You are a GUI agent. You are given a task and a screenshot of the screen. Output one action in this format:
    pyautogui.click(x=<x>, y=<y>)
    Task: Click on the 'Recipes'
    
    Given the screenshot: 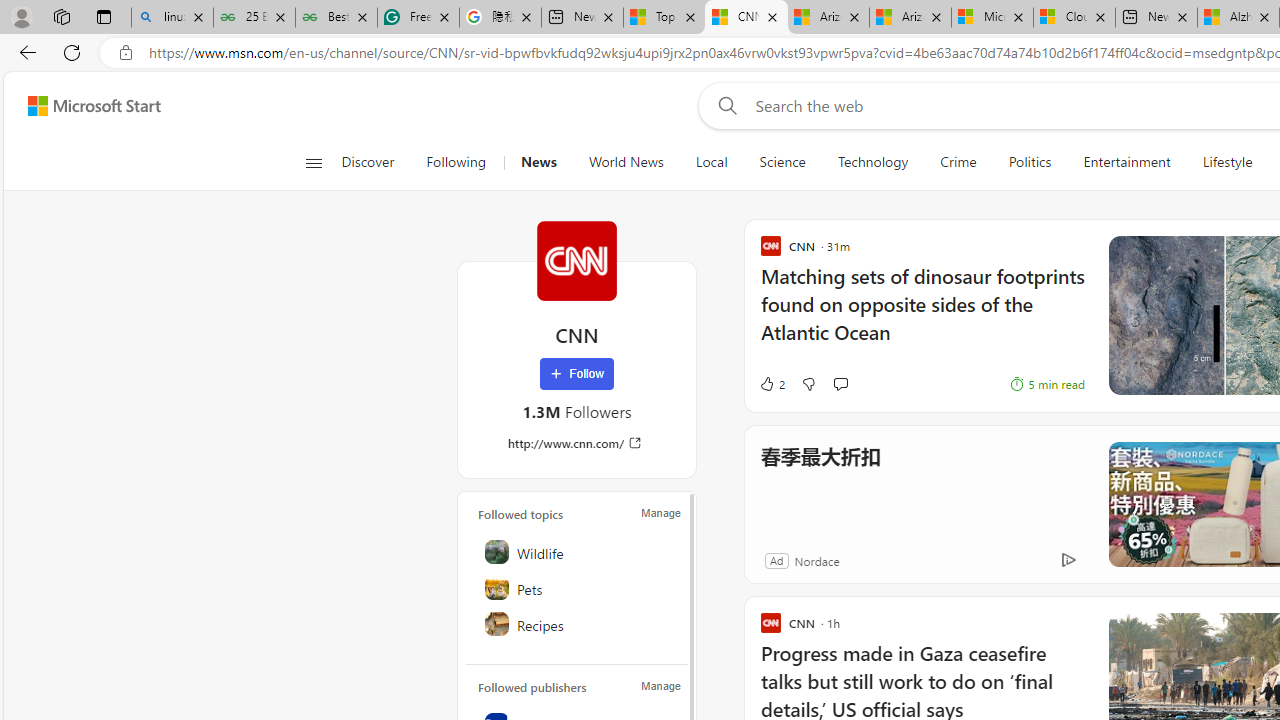 What is the action you would take?
    pyautogui.click(x=577, y=622)
    